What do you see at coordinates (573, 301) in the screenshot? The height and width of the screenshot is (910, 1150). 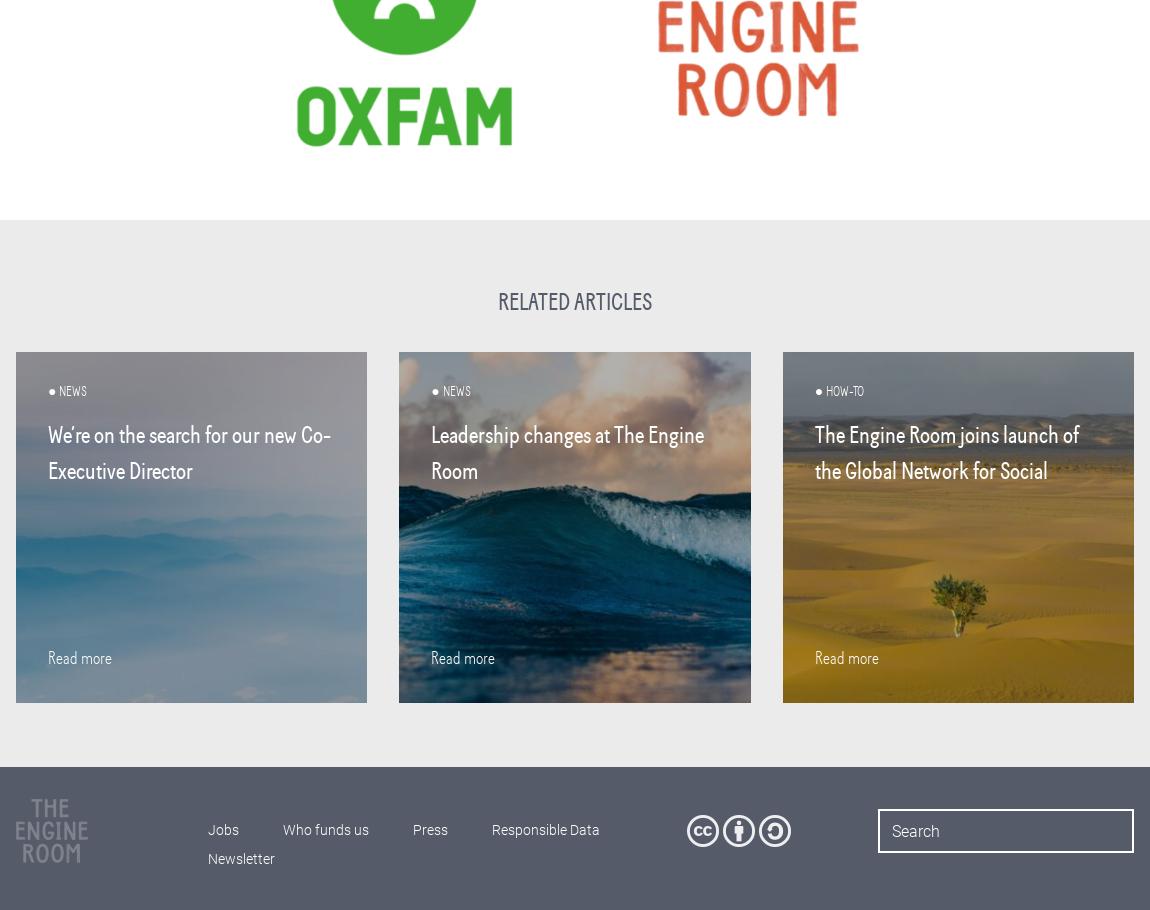 I see `'Related articles'` at bounding box center [573, 301].